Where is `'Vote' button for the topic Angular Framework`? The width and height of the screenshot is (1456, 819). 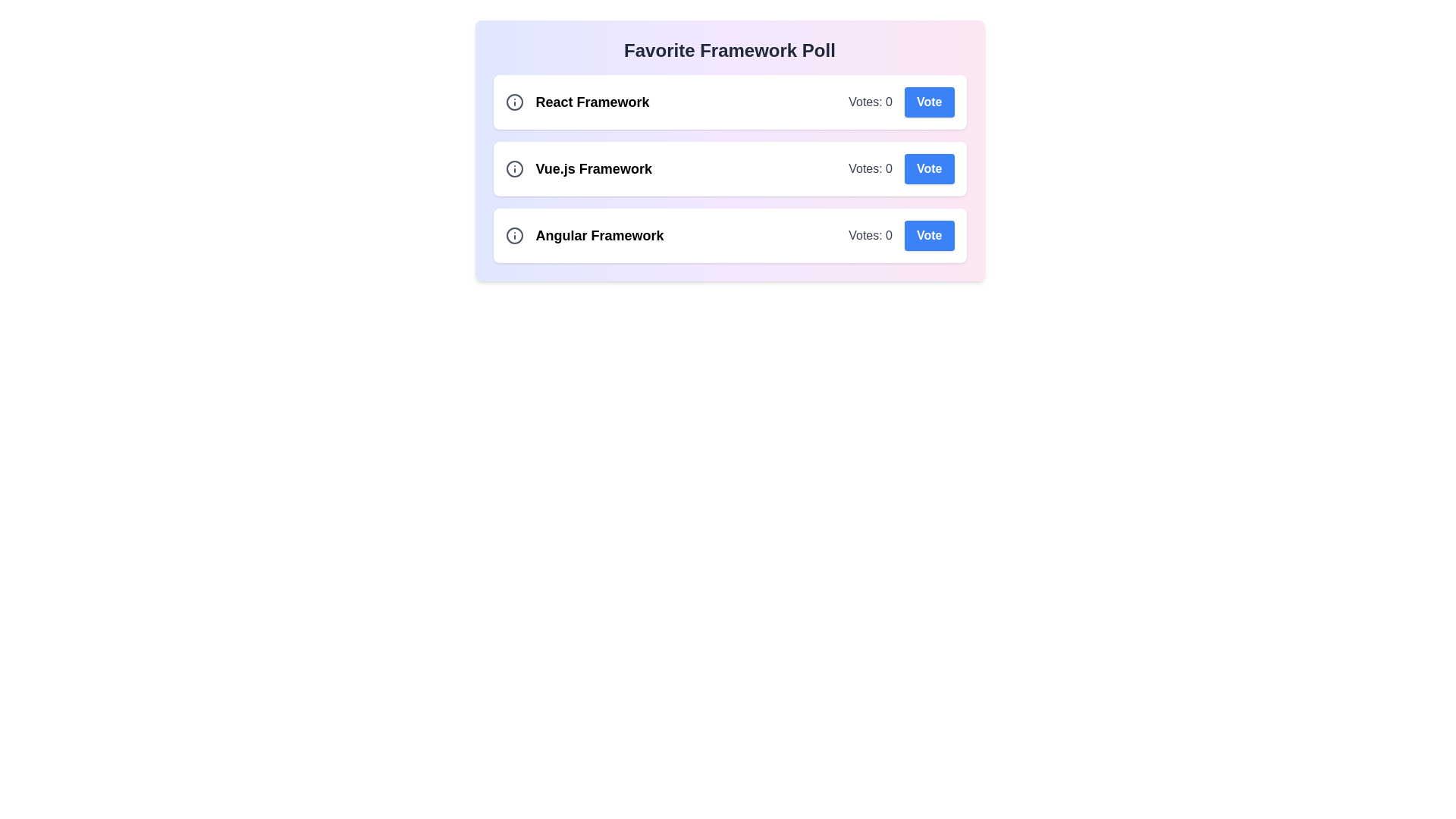 'Vote' button for the topic Angular Framework is located at coordinates (928, 236).